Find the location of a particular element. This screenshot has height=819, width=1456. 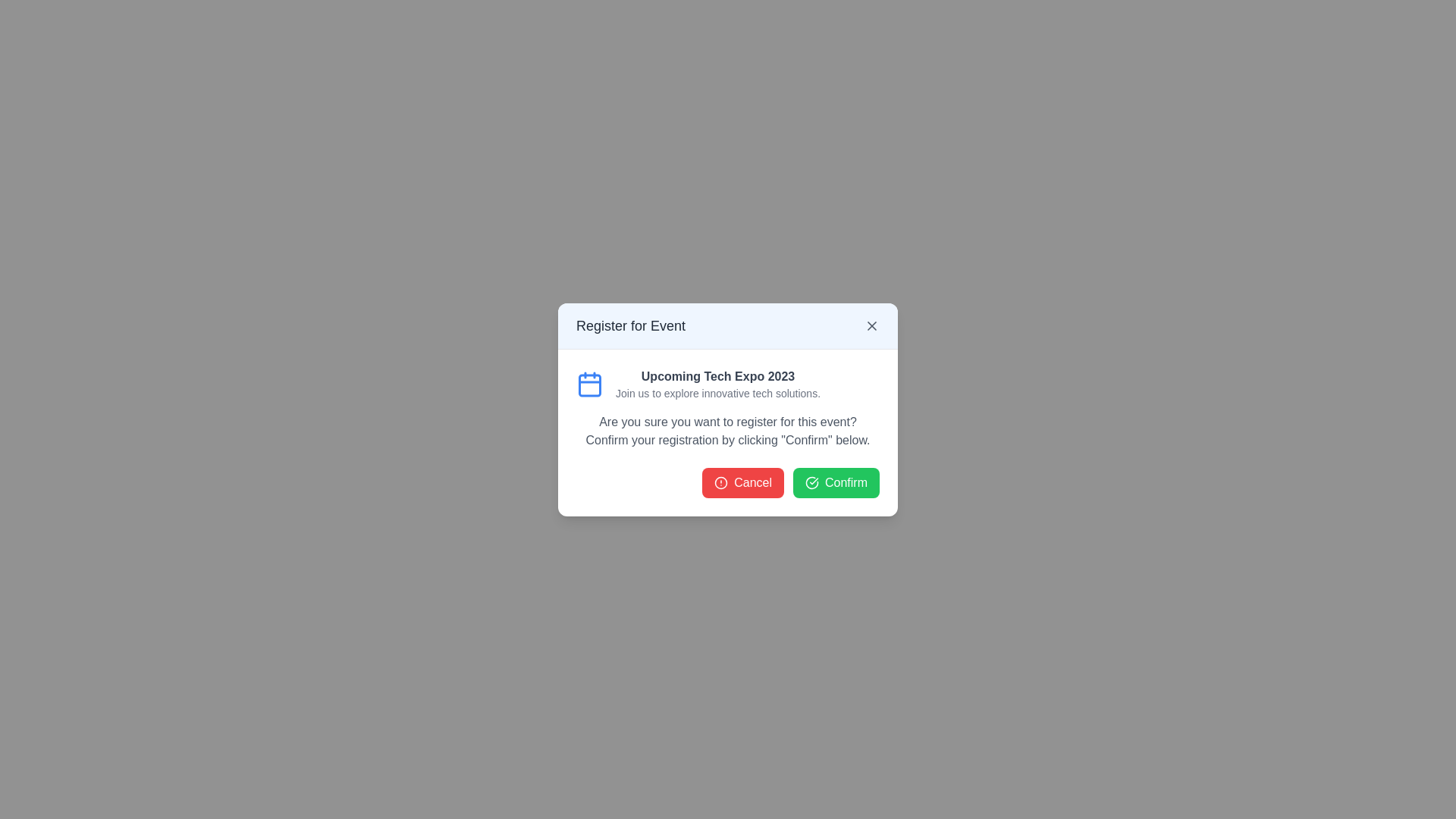

the graphical representation of the Confirm icon located to the left of the text label 'Confirm' within the Confirm button at the bottom-right of the modal dialog box is located at coordinates (811, 482).